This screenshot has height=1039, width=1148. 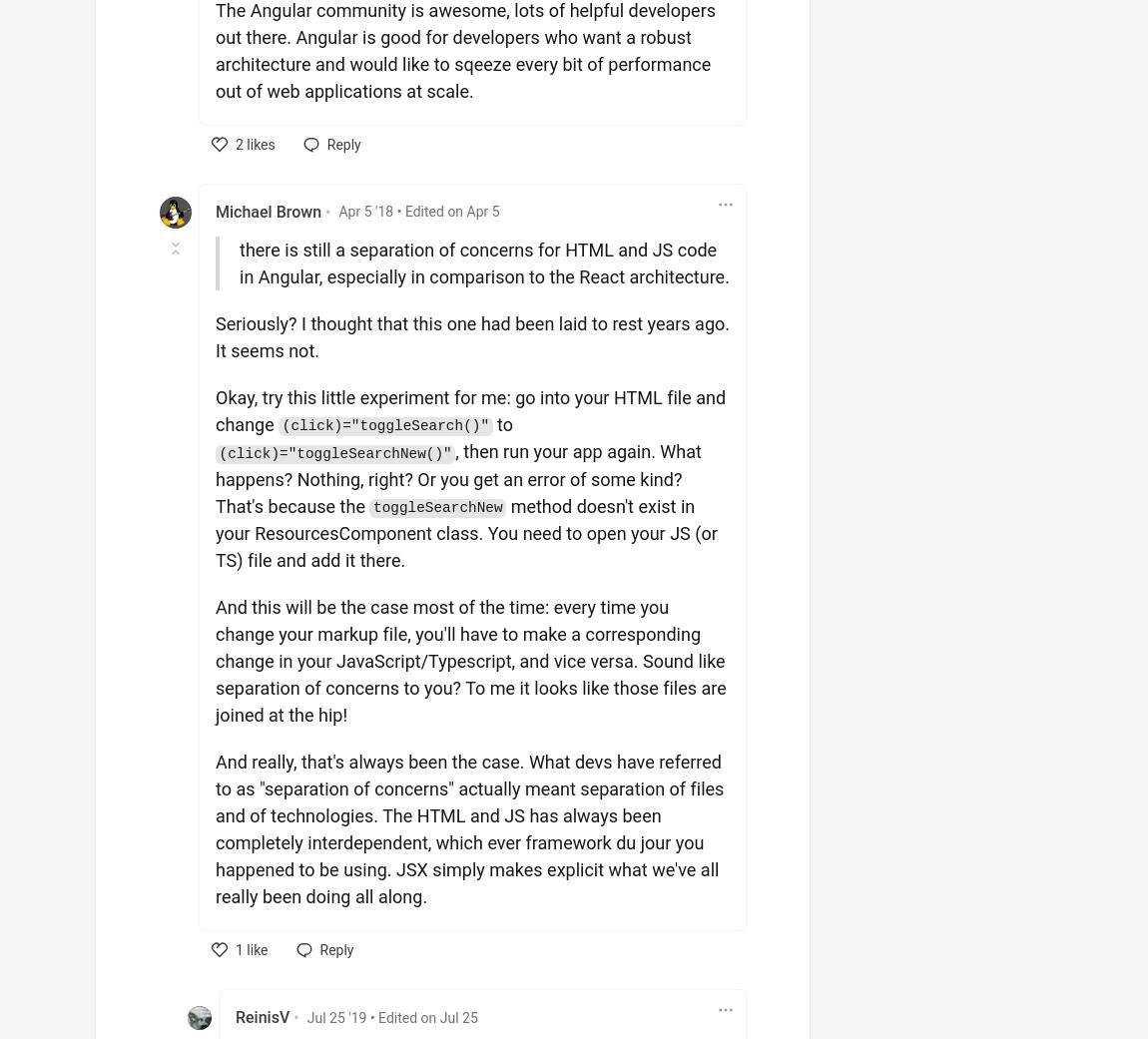 I want to click on 'Okay, try this little experiment for me: go into your HTML file and change', so click(x=470, y=409).